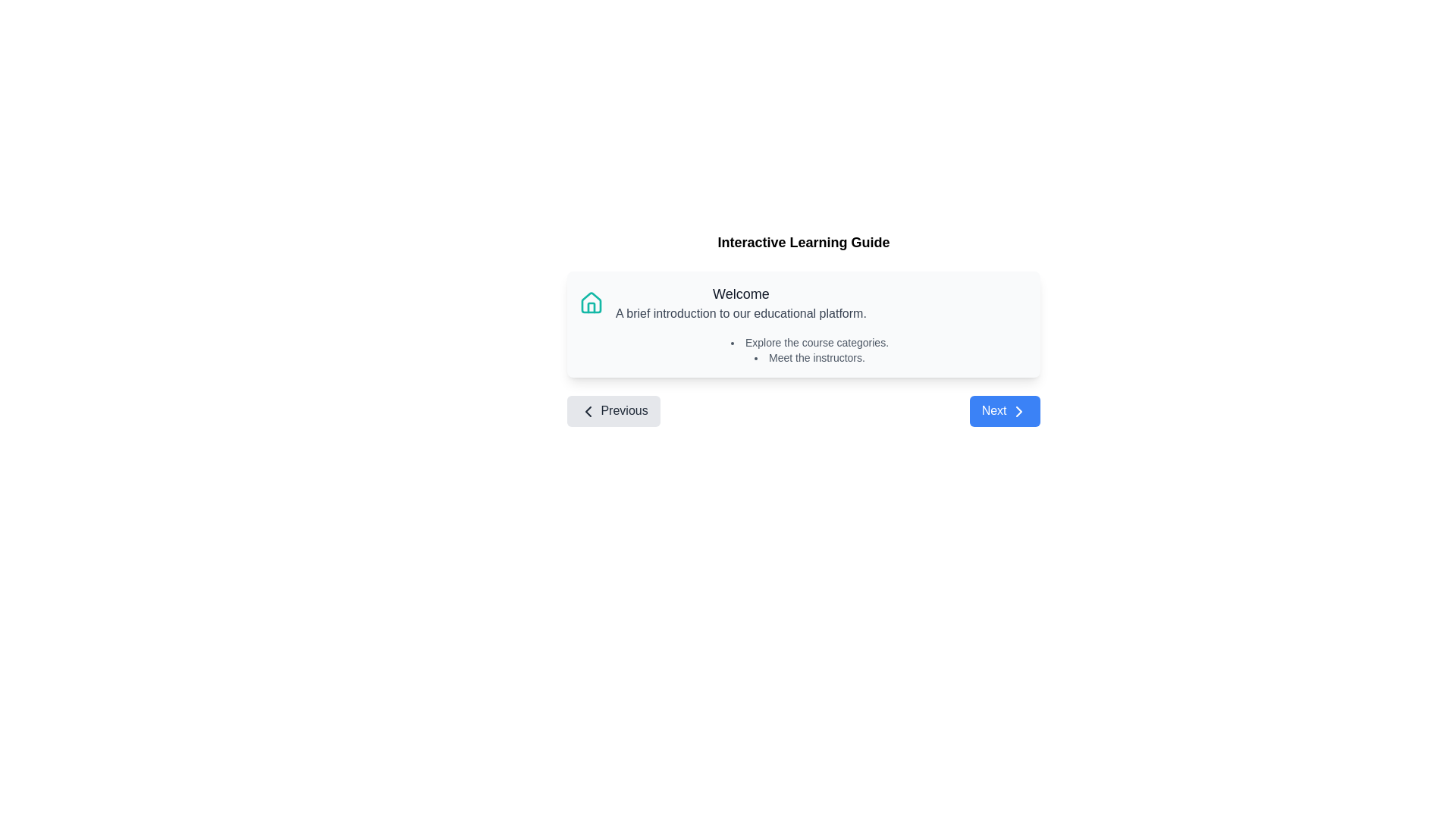  I want to click on the textual list item that reads 'Explore the course categories.', which is the first item in a bulleted list under the 'Welcome' header, so click(809, 342).